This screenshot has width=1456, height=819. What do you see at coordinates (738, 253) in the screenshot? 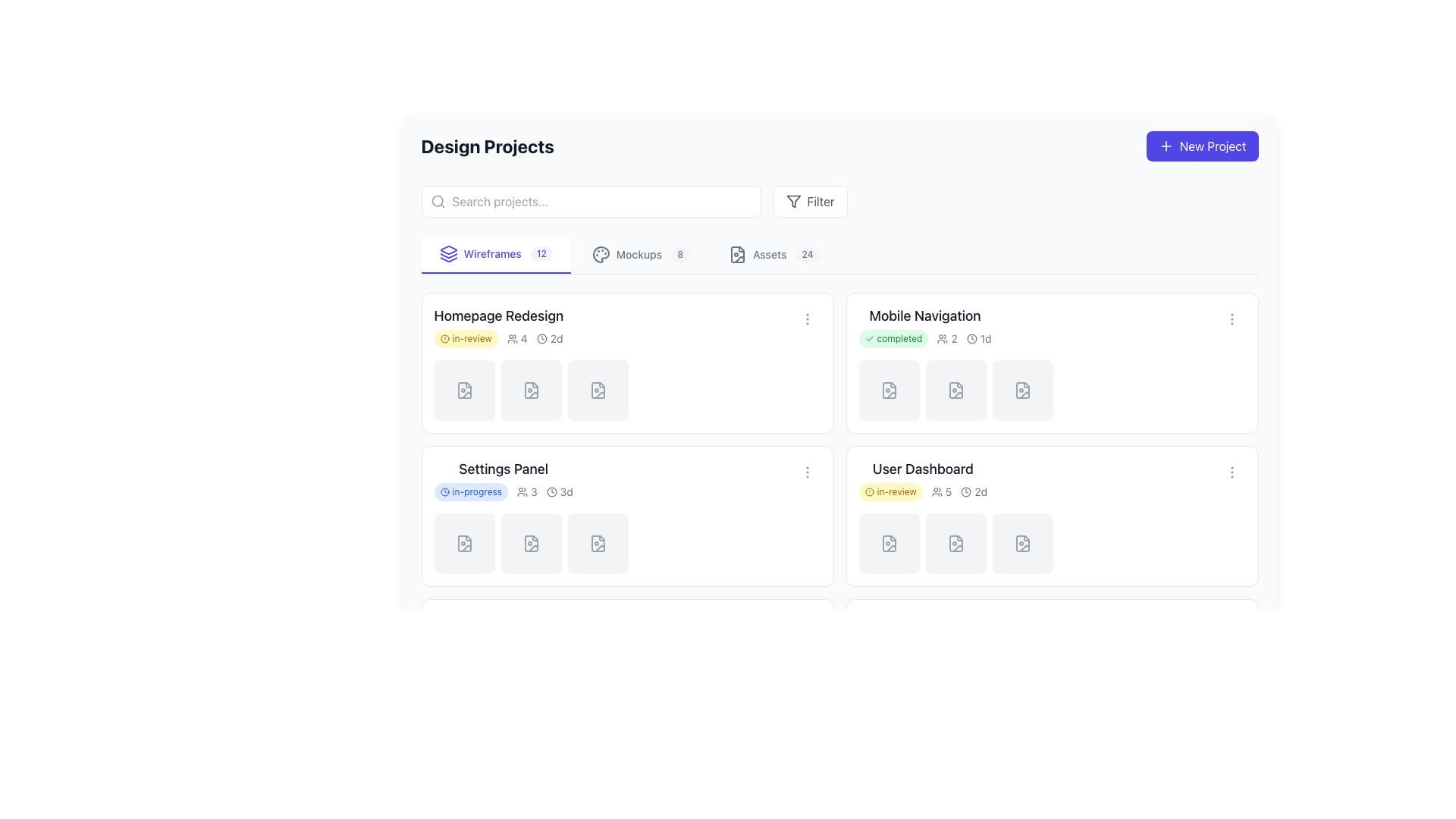
I see `the 'Assets' icon located to the left of the text 'Assets' with a numerical badge displaying '24'` at bounding box center [738, 253].